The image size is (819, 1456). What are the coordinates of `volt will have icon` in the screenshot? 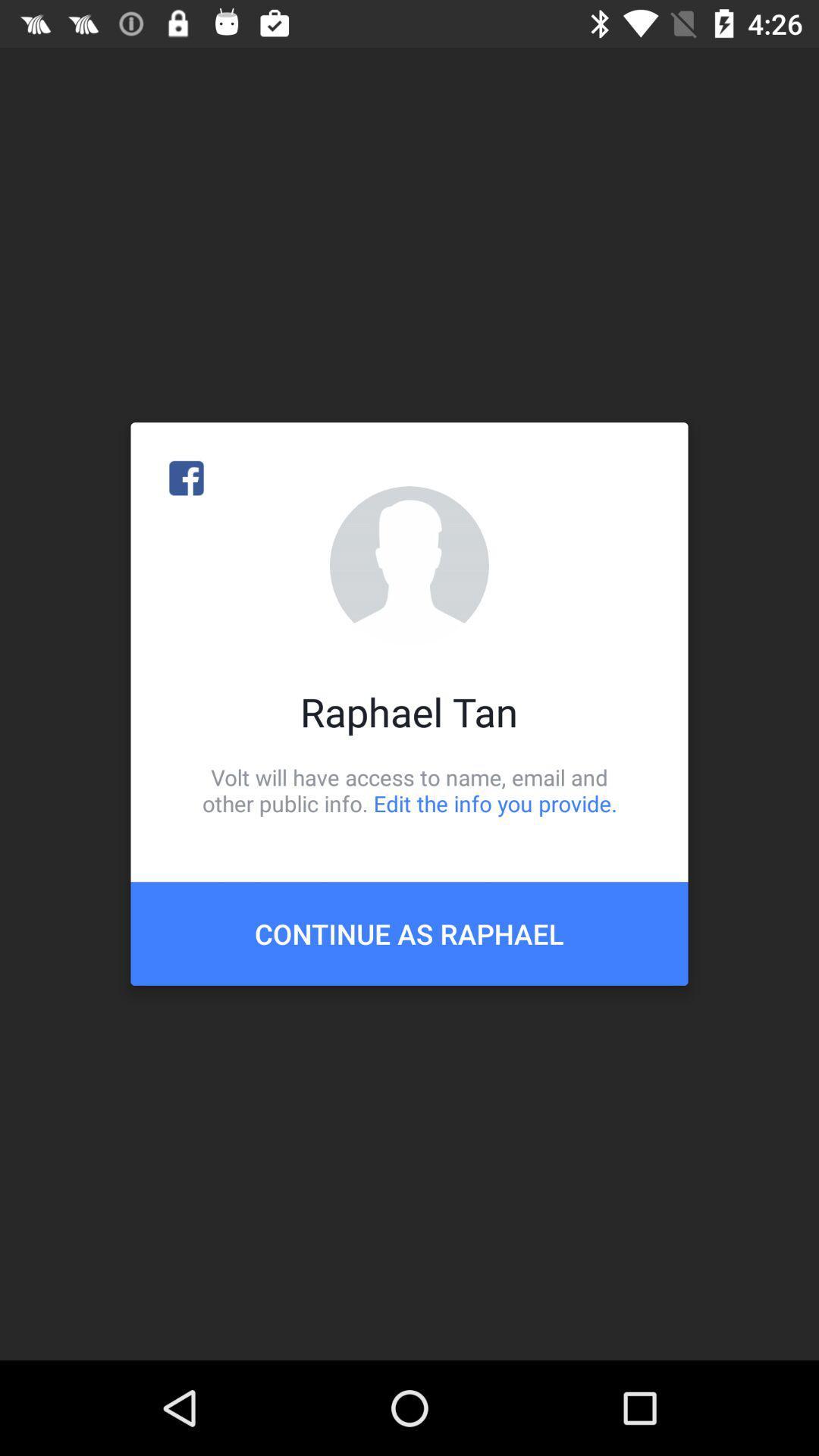 It's located at (409, 789).